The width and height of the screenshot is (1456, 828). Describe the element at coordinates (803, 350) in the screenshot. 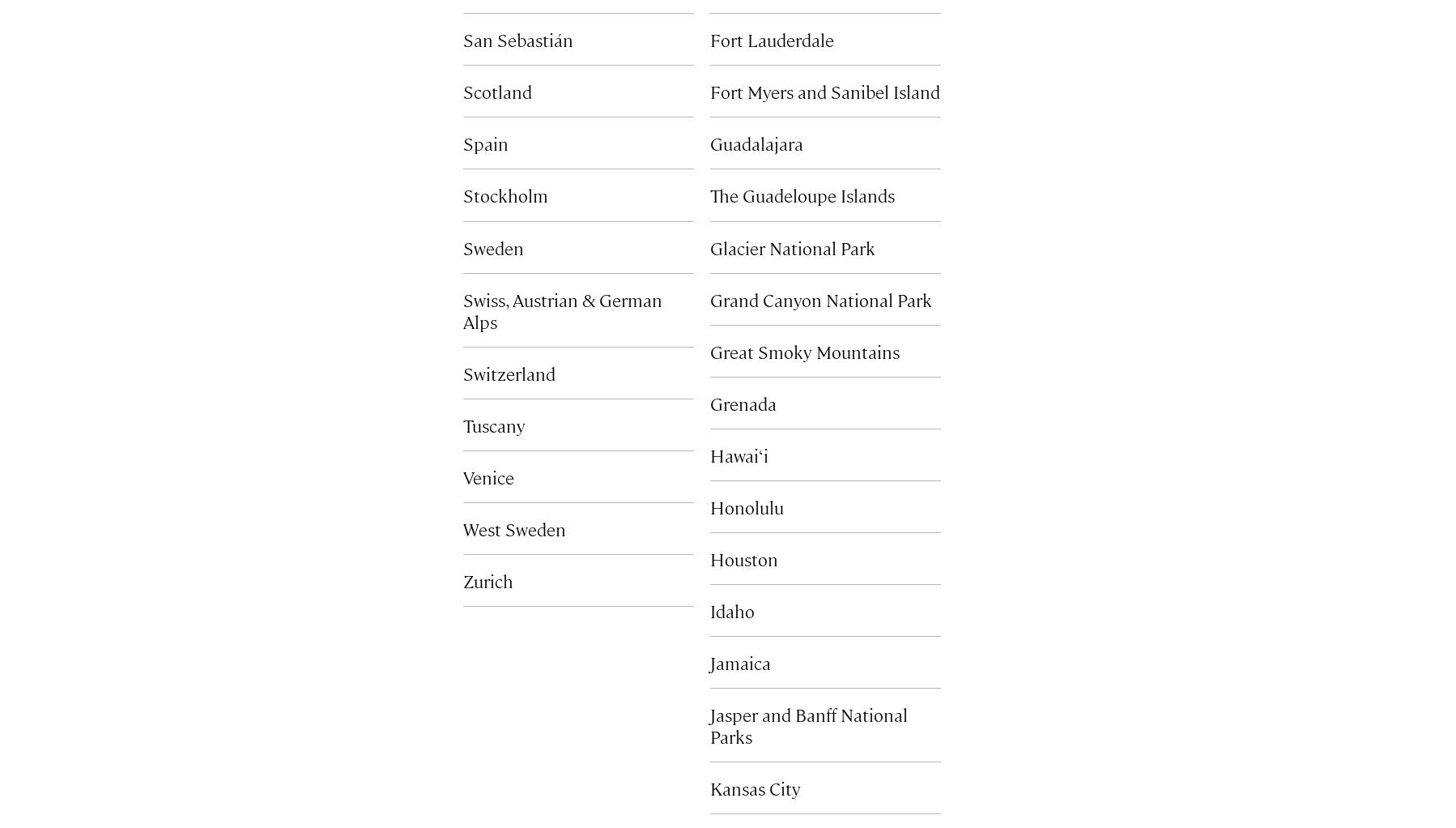

I see `'Great Smoky Mountains'` at that location.